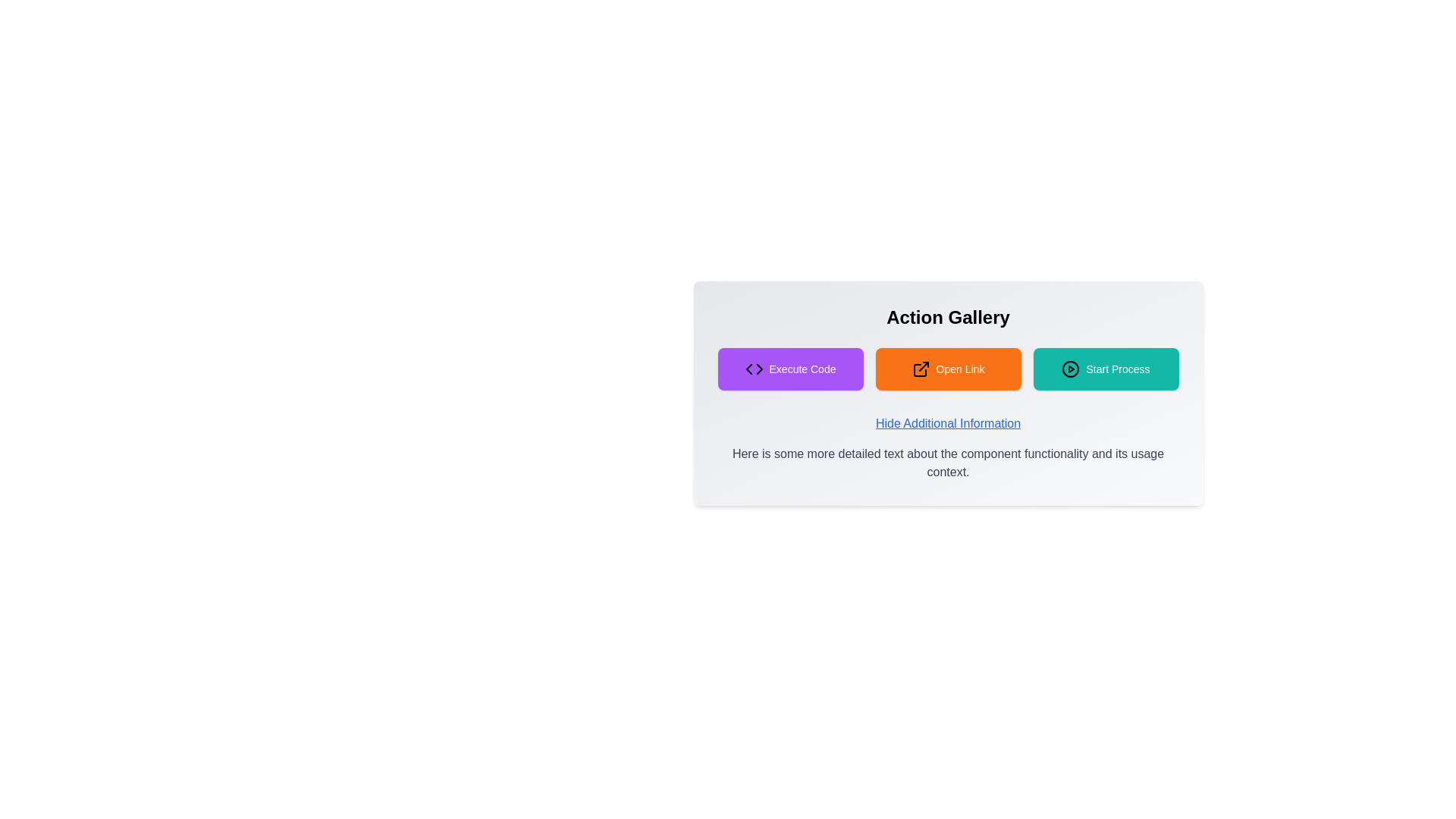  Describe the element at coordinates (754, 369) in the screenshot. I see `compact icon resembling a pair of angle brackets (< >) with a purple background, located to the left of the 'Execute Code' text in the Action Gallery` at that location.